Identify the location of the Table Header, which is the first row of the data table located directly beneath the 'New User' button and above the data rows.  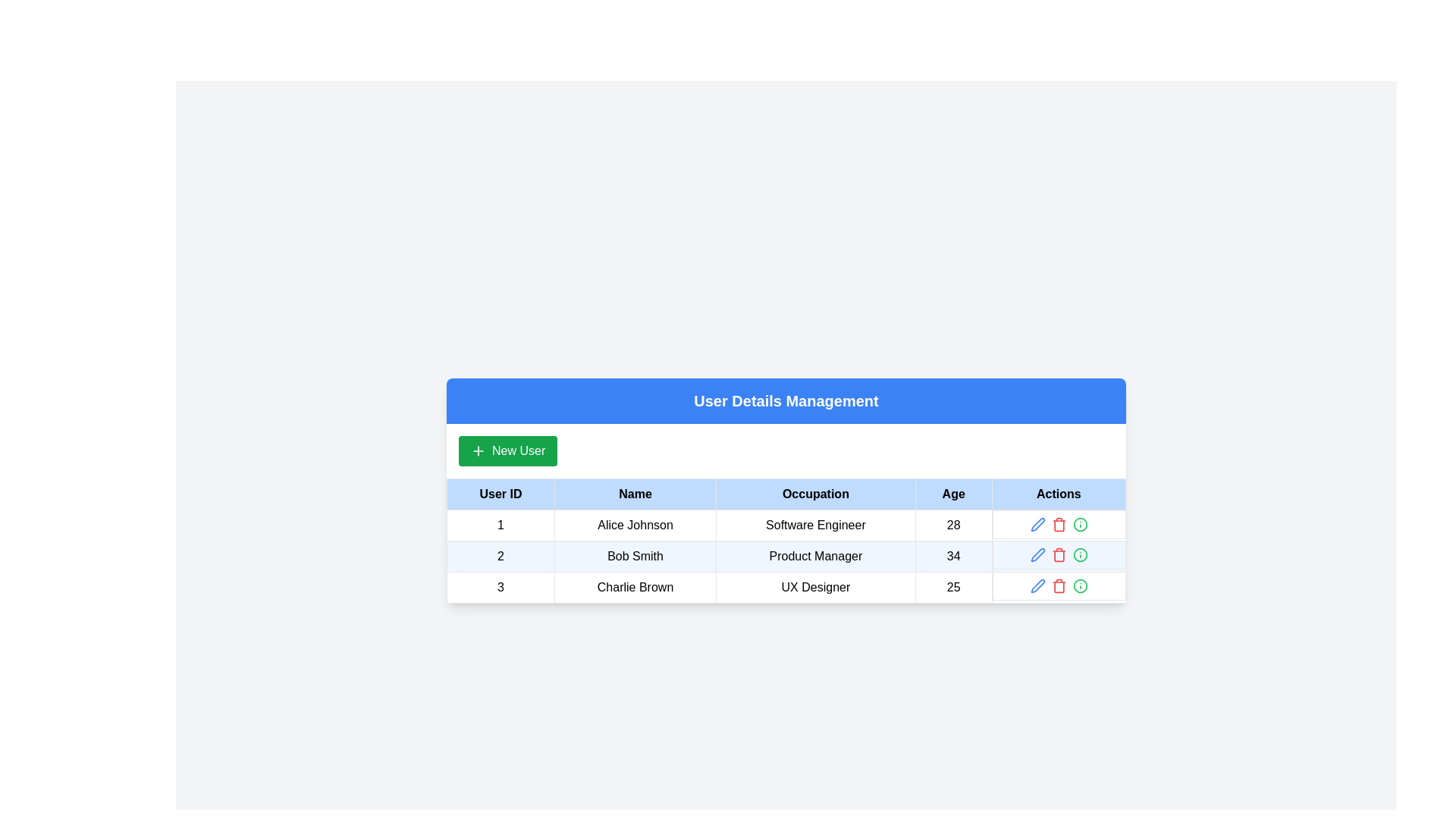
(786, 494).